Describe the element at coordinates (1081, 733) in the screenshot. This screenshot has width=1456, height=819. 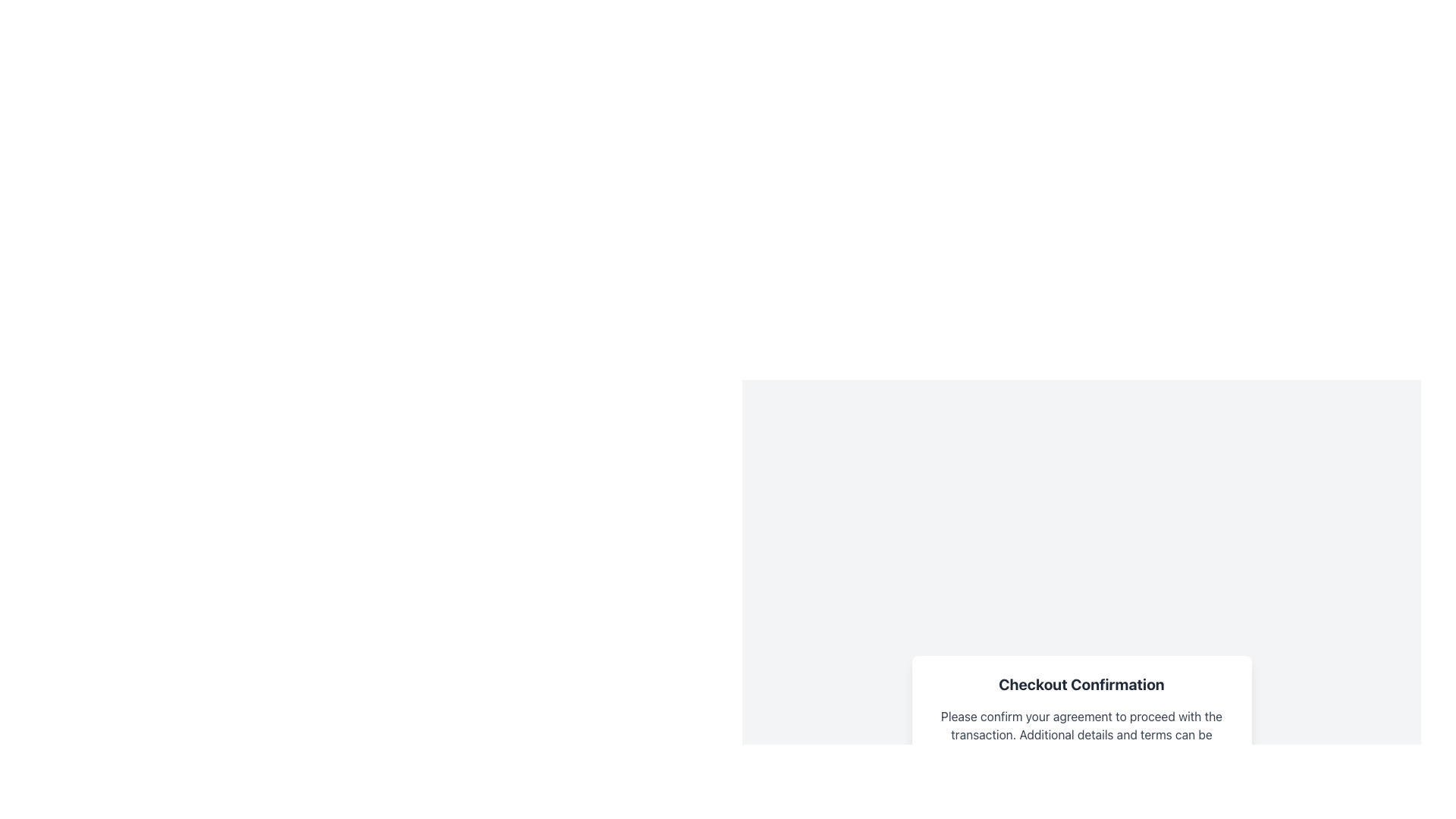
I see `the text element that reads 'Please confirm your agreement to proceed with the transaction.' which is located below the 'Checkout Confirmation' title` at that location.